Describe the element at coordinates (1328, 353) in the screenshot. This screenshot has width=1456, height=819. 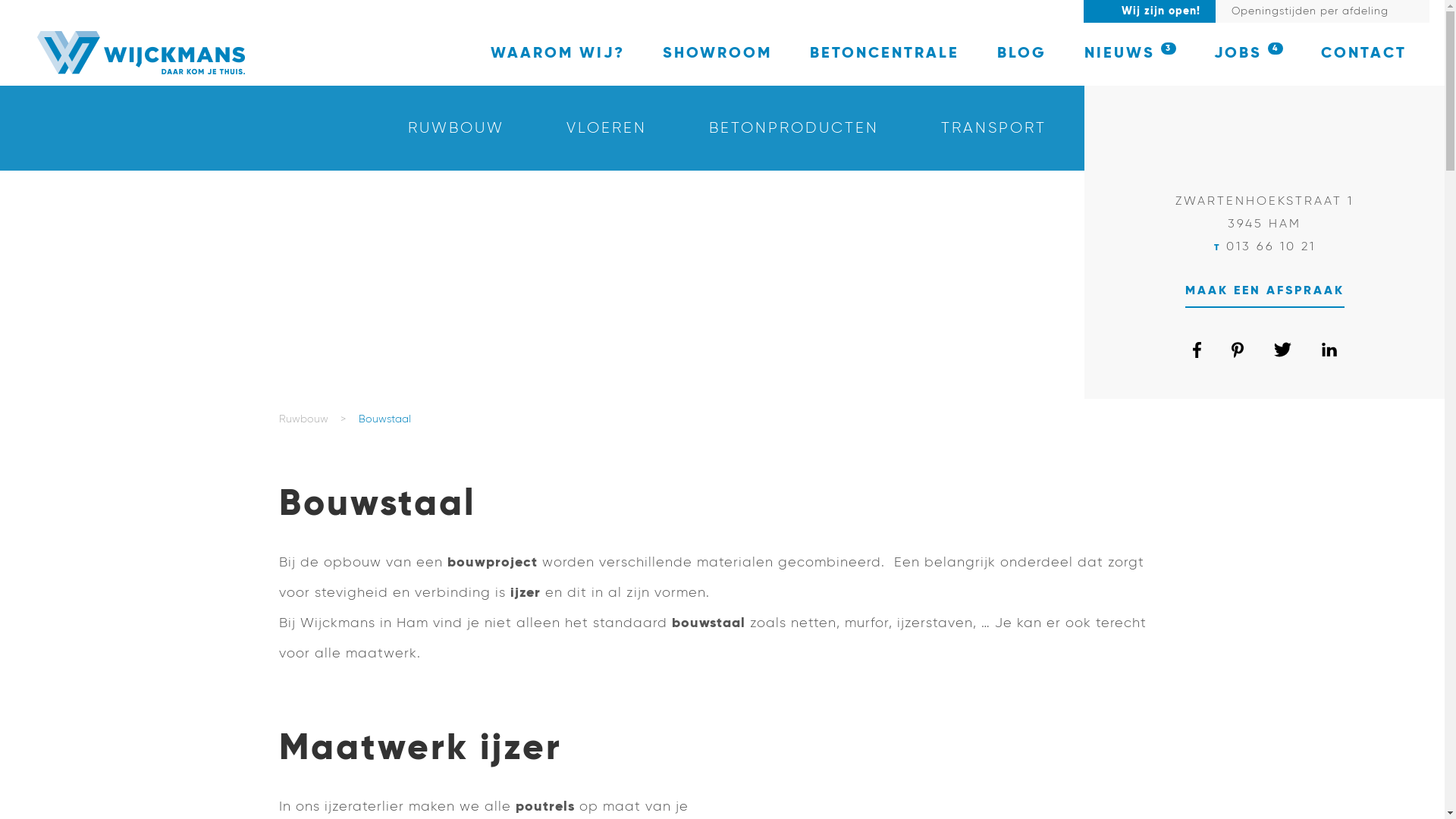
I see `'linkedin'` at that location.